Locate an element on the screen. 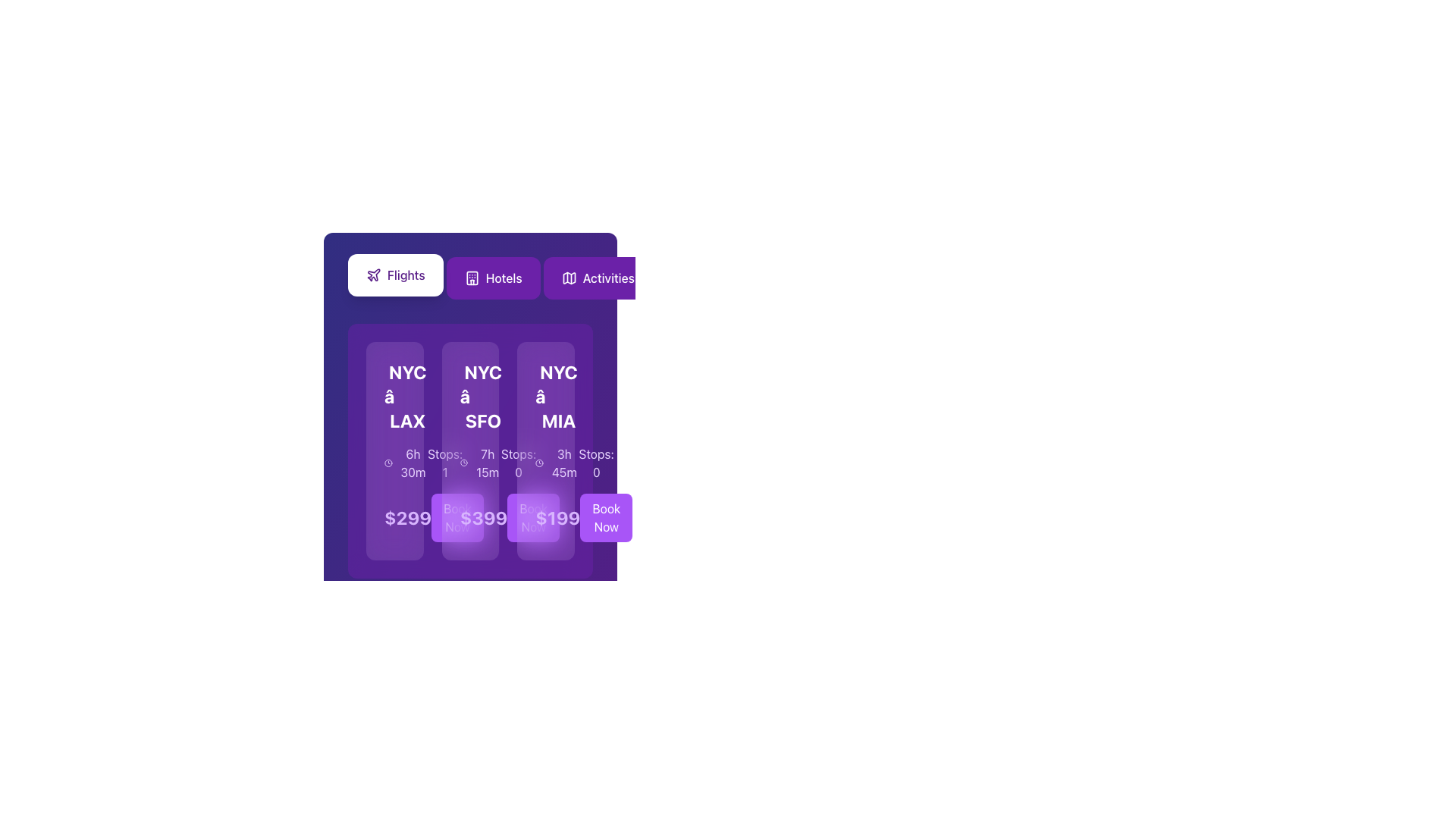  the static text label indicating the number of stops for the flight, positioned under '6h 30m' and to the right of the clock icon is located at coordinates (444, 462).